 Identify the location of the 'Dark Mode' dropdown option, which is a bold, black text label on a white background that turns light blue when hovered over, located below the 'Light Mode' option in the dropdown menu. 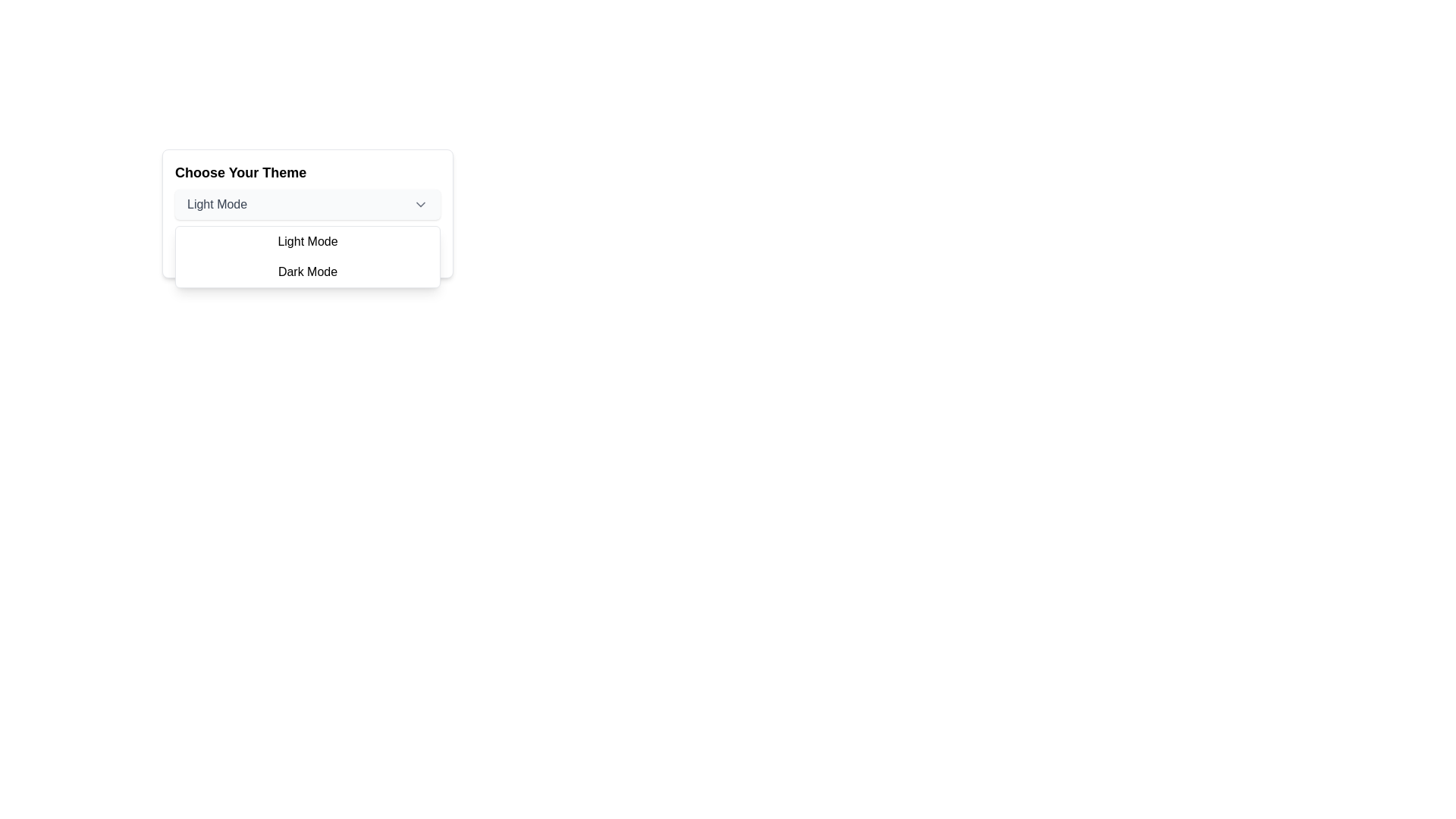
(307, 271).